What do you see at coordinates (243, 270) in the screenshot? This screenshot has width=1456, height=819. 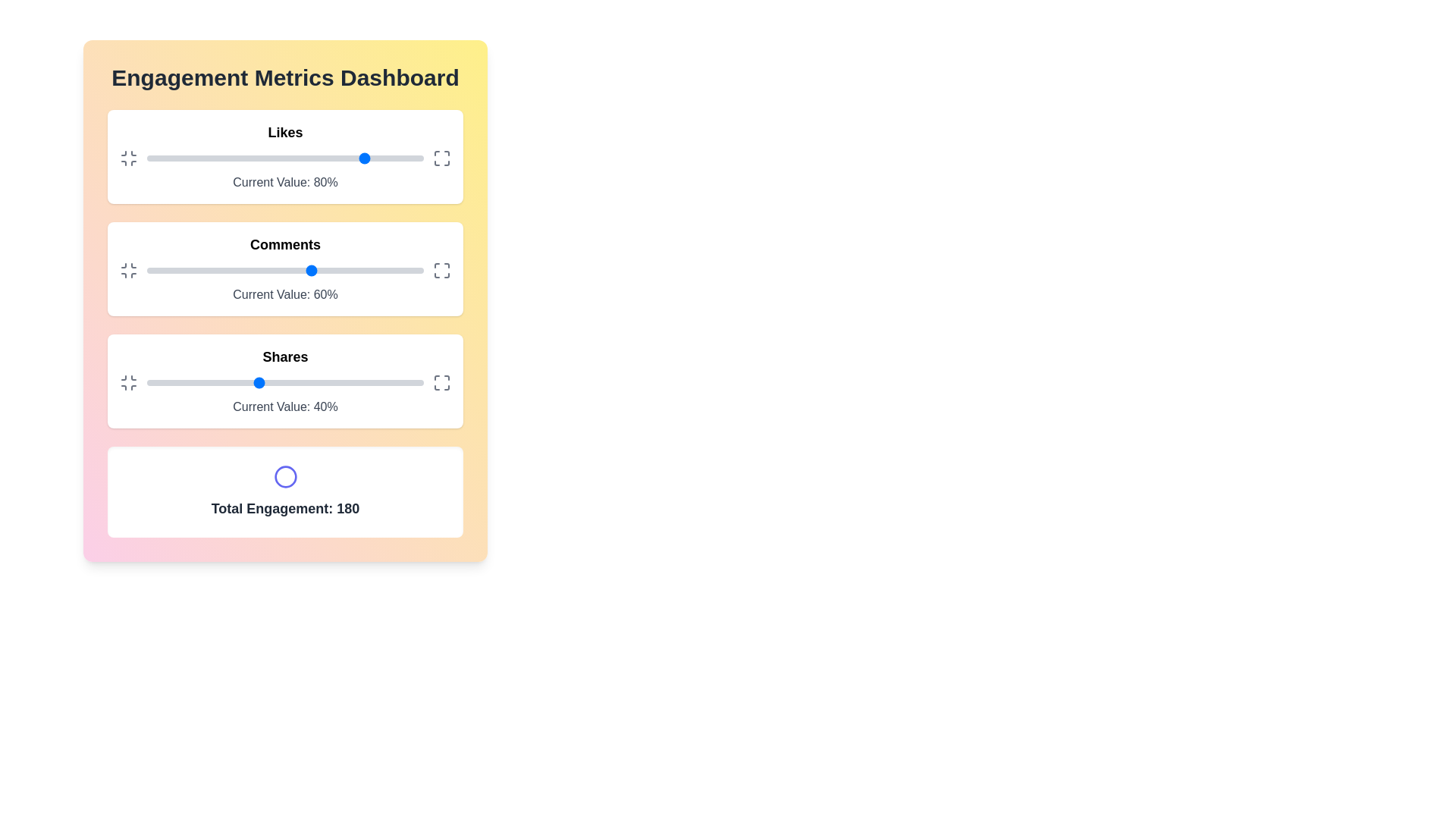 I see `comments` at bounding box center [243, 270].